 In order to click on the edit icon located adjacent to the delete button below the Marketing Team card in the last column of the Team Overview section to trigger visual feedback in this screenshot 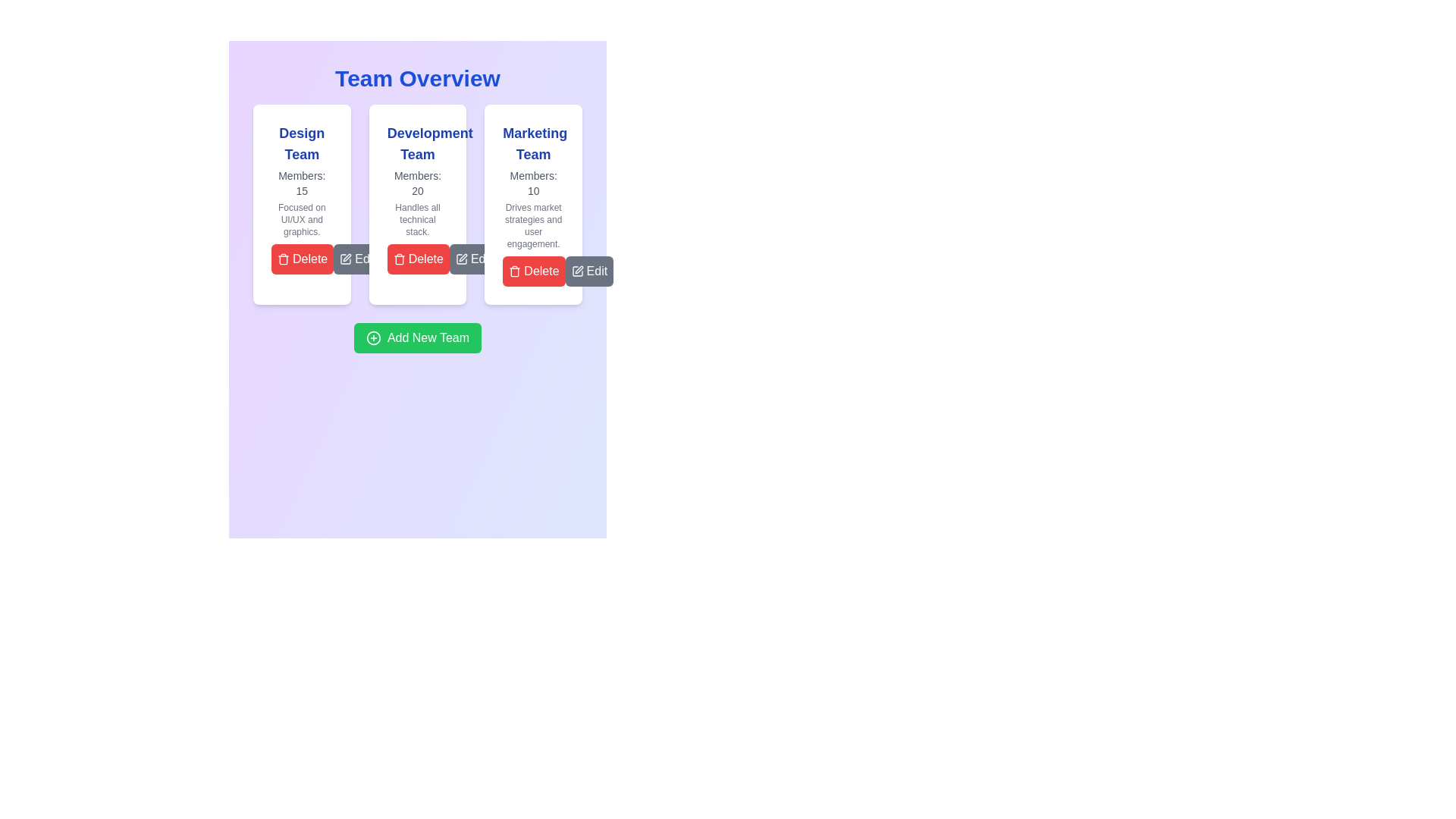, I will do `click(576, 271)`.